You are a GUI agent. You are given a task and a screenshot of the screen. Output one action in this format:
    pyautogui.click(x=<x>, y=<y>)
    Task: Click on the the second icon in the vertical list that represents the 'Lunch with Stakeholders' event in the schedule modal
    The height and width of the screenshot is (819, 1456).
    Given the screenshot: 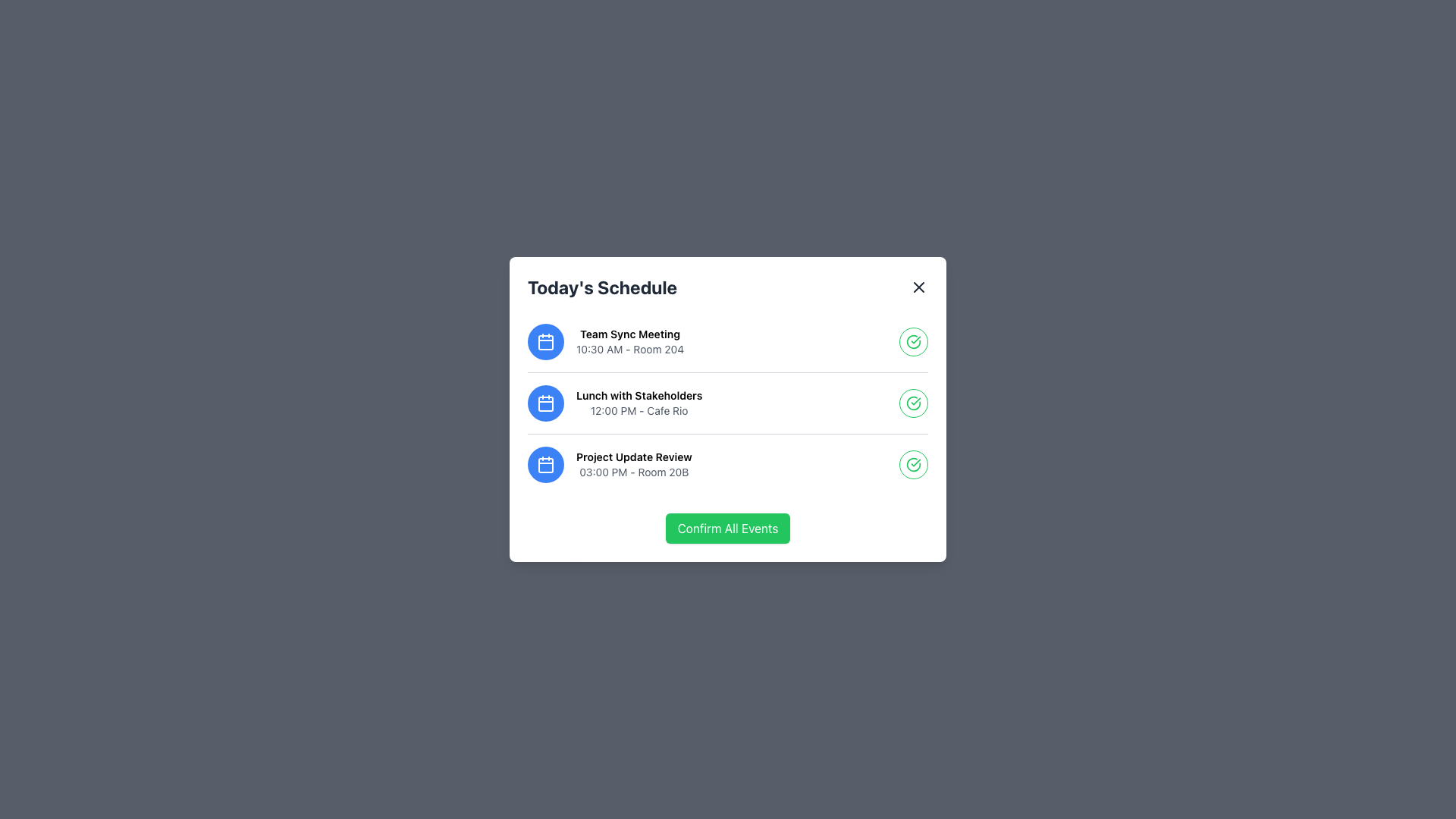 What is the action you would take?
    pyautogui.click(x=546, y=403)
    